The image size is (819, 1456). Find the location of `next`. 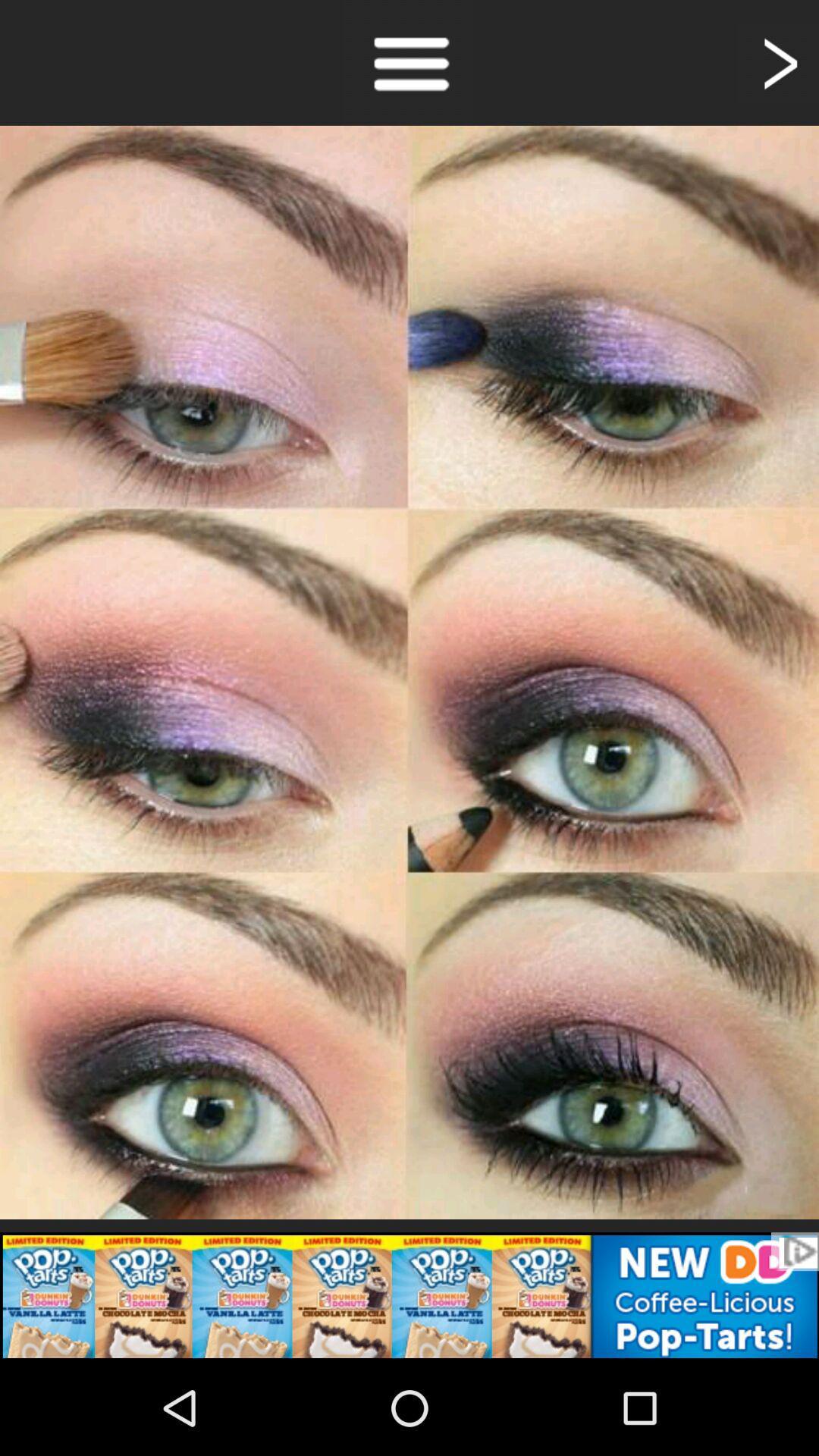

next is located at coordinates (778, 61).